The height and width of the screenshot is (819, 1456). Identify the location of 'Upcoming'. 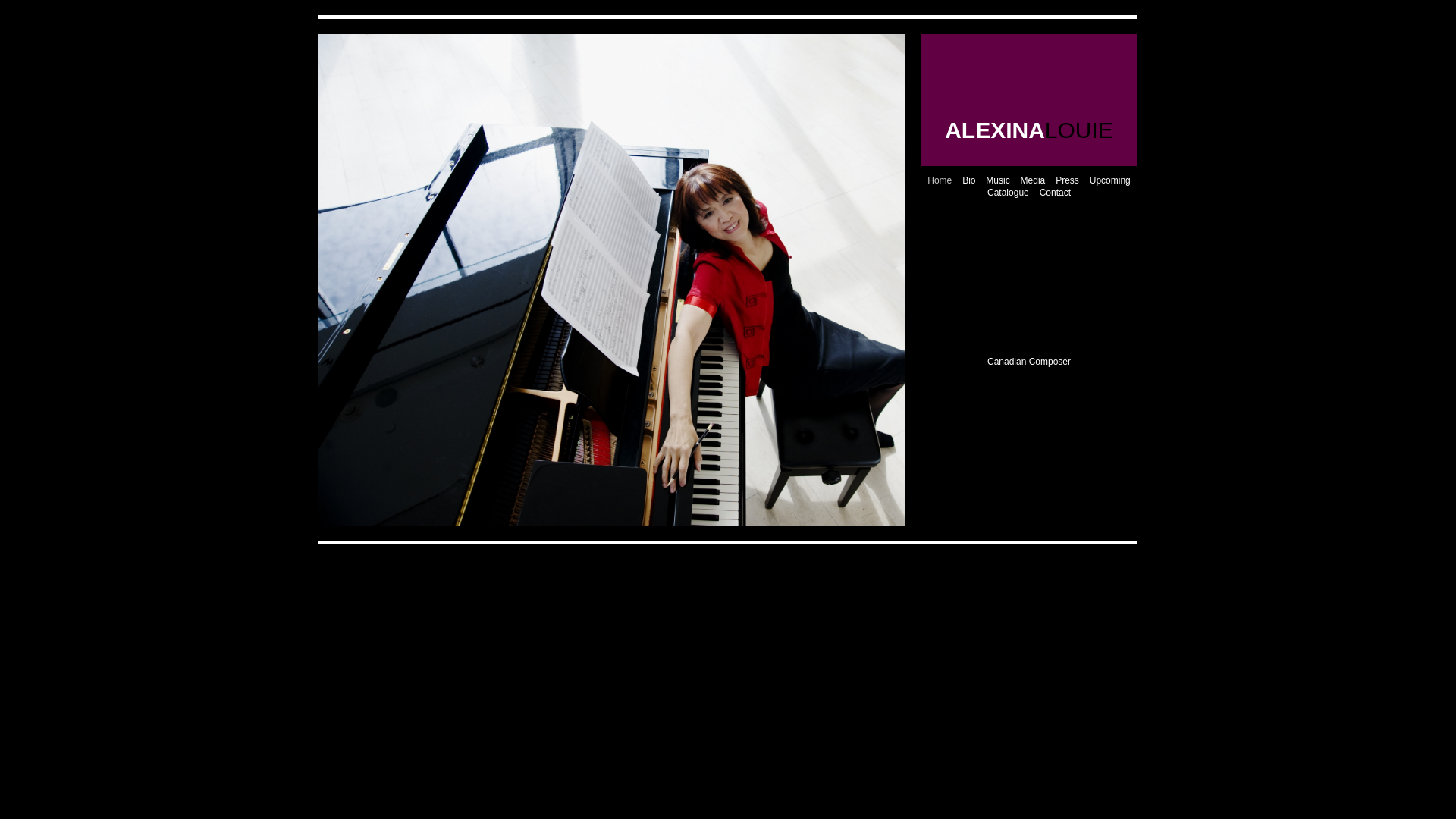
(1110, 180).